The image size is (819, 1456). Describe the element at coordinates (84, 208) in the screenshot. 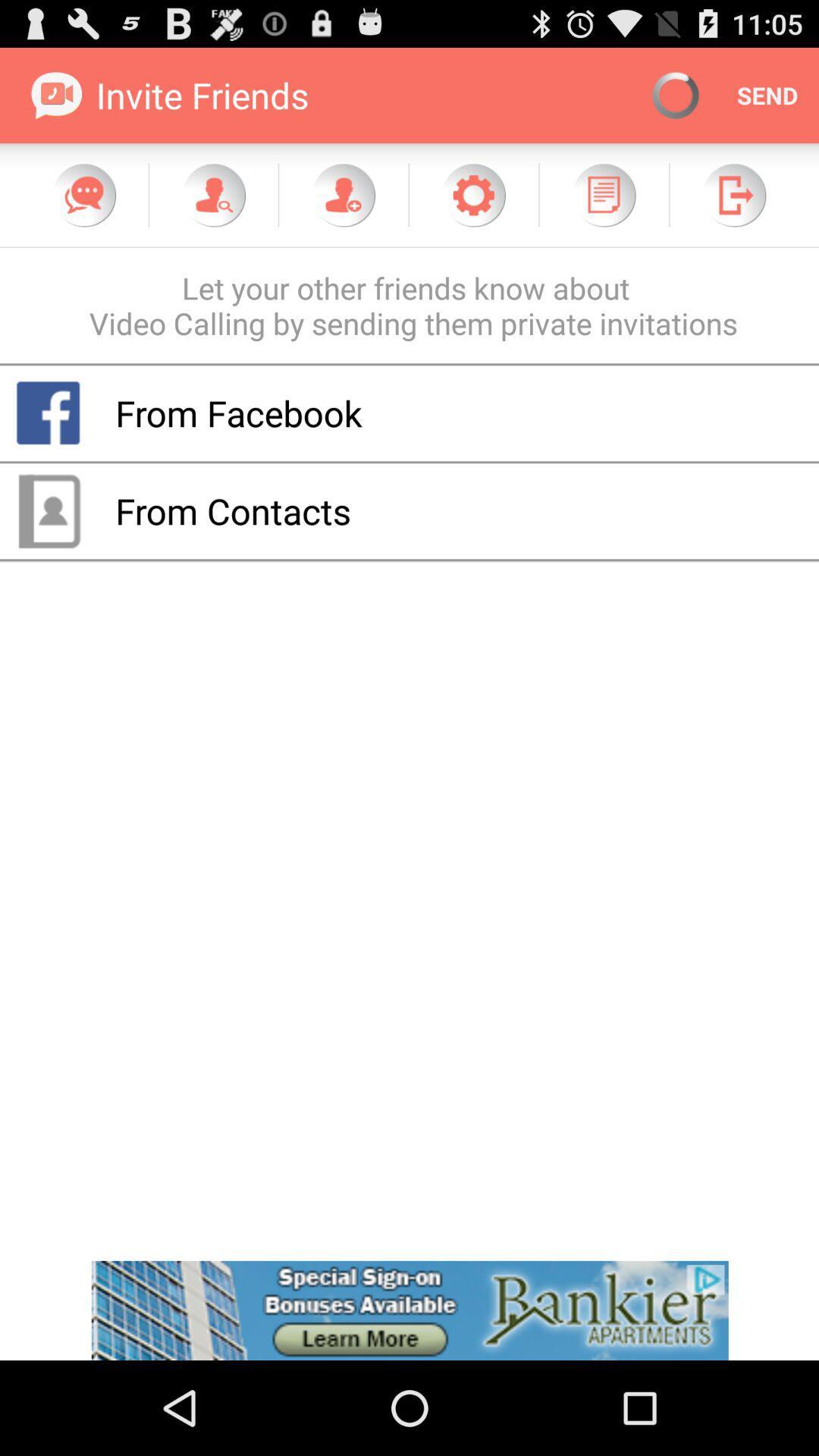

I see `the chat icon` at that location.